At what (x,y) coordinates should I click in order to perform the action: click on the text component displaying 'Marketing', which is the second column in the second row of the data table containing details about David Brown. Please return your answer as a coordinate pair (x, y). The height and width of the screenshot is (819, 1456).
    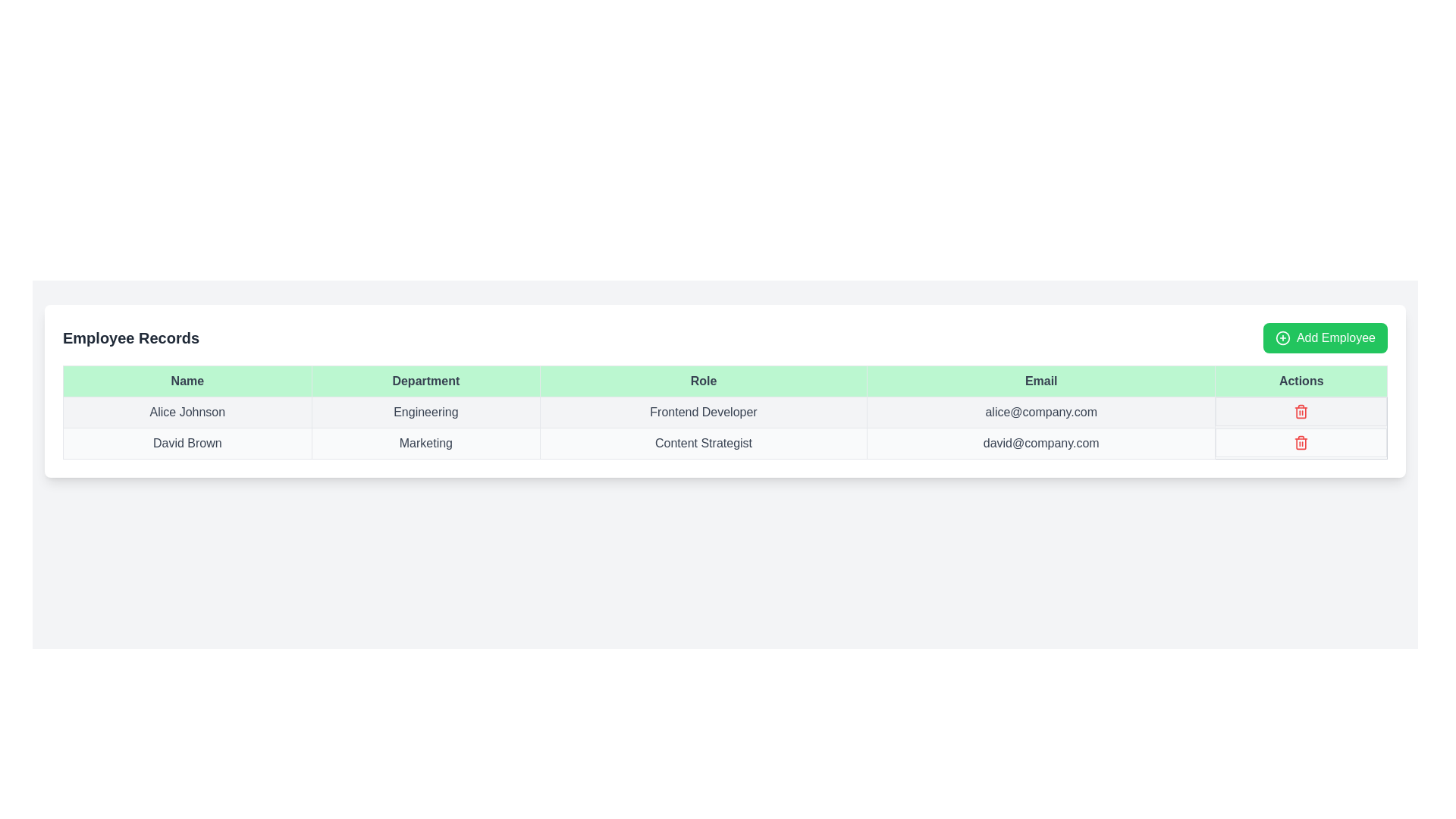
    Looking at the image, I should click on (425, 444).